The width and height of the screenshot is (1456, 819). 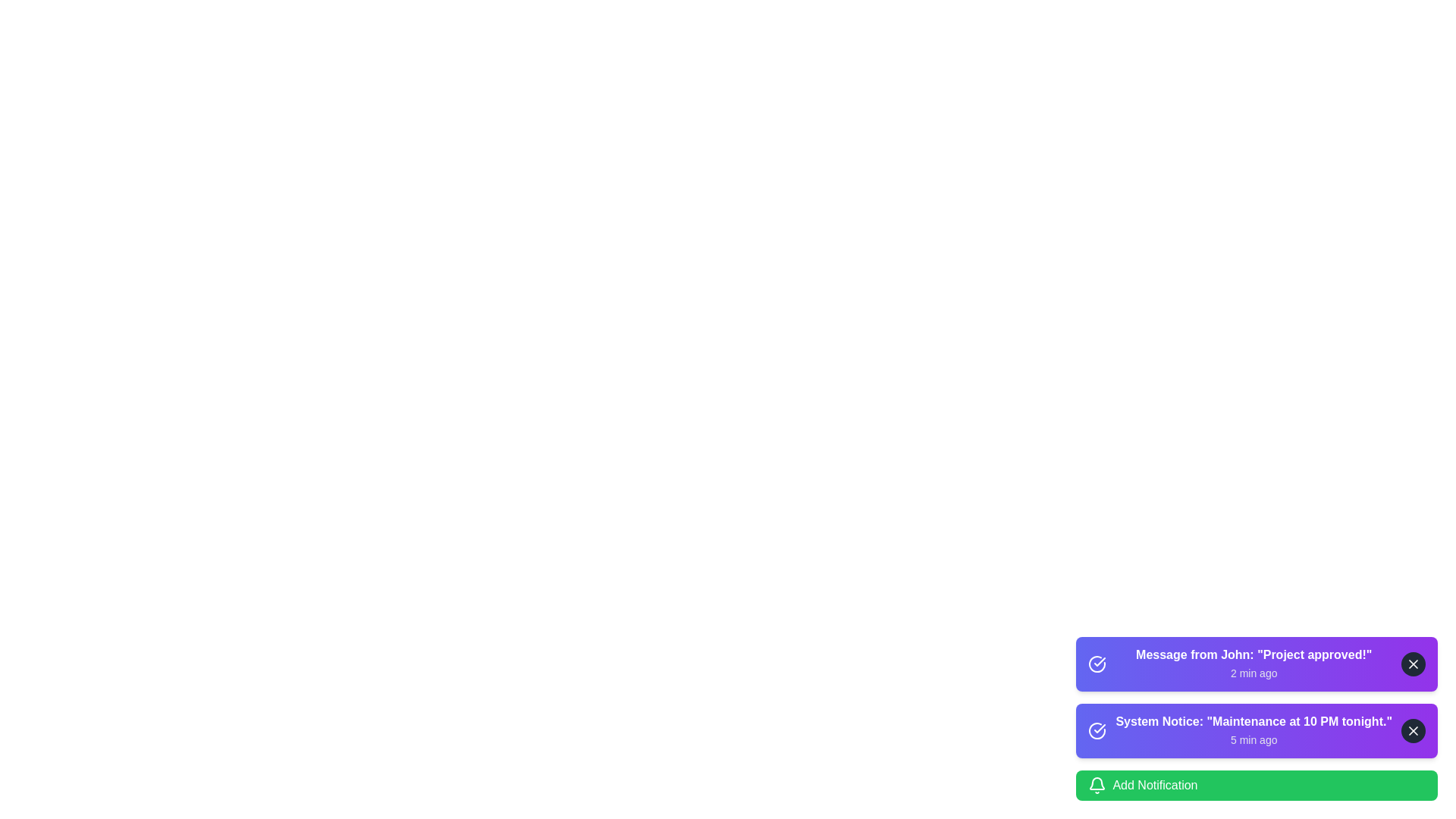 I want to click on the 'Add Notification' button to observe its hover effect, so click(x=1257, y=785).